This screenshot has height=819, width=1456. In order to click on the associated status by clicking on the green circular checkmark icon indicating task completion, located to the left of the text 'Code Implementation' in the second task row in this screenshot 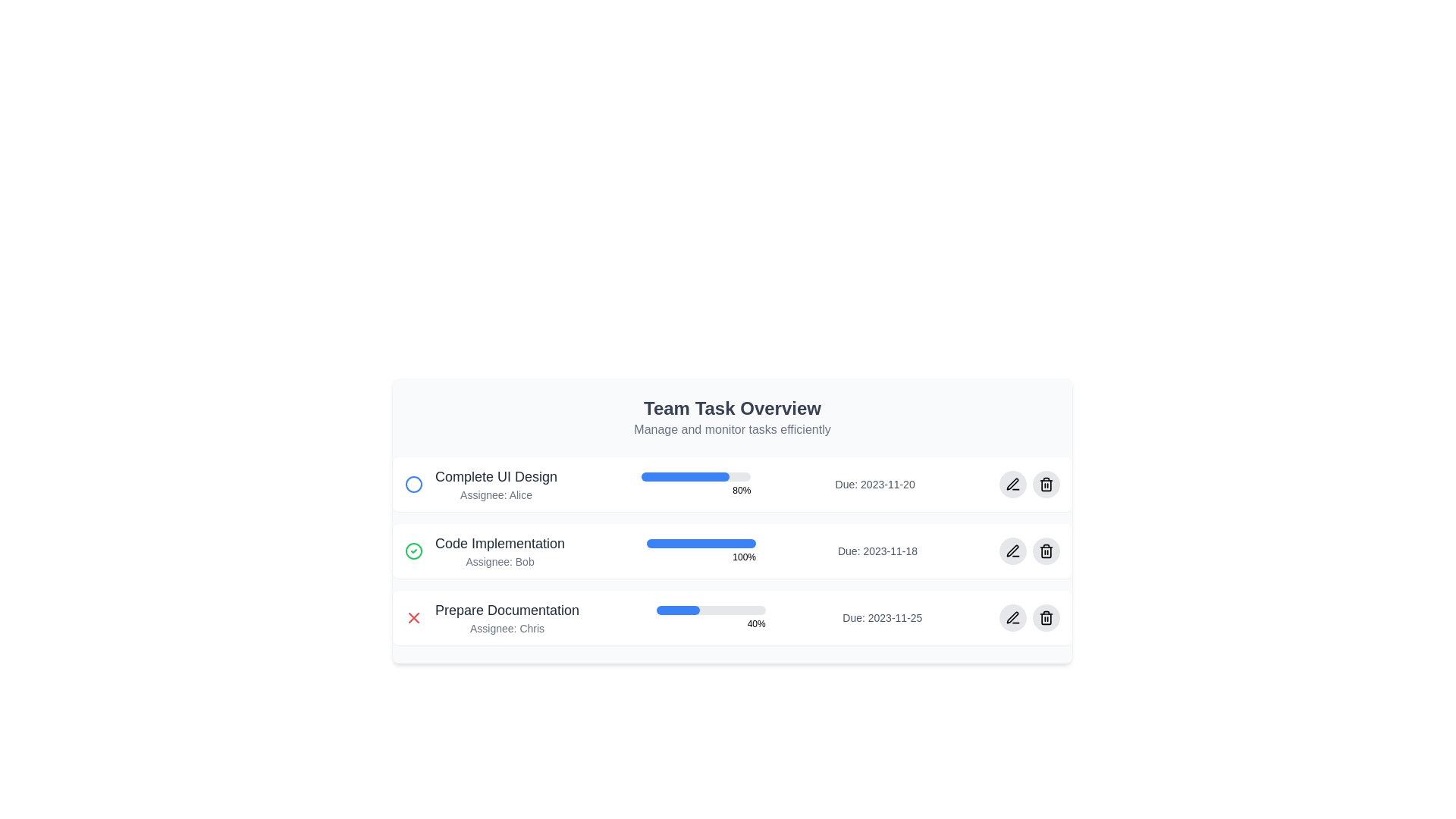, I will do `click(414, 551)`.